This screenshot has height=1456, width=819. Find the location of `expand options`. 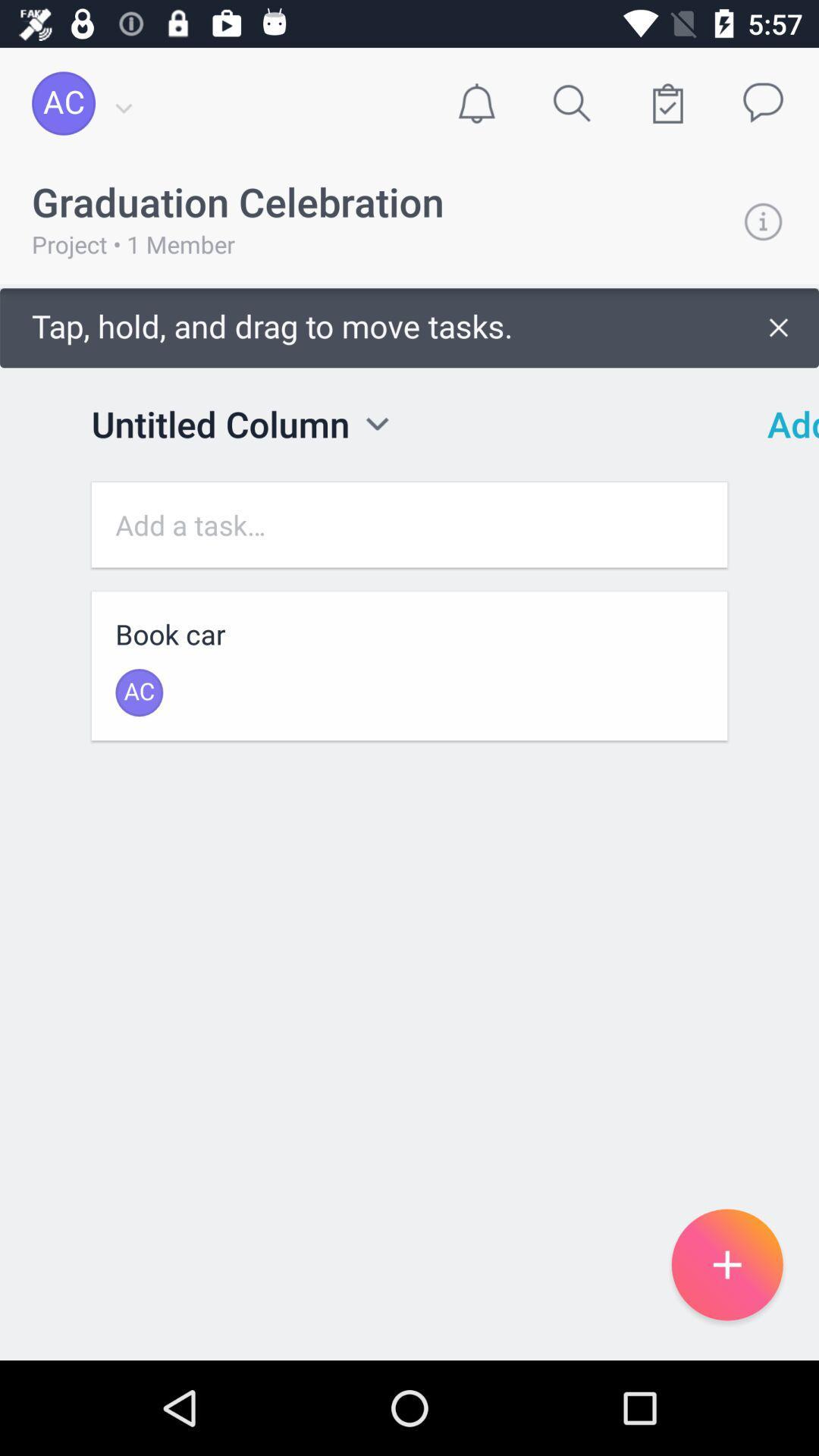

expand options is located at coordinates (376, 424).